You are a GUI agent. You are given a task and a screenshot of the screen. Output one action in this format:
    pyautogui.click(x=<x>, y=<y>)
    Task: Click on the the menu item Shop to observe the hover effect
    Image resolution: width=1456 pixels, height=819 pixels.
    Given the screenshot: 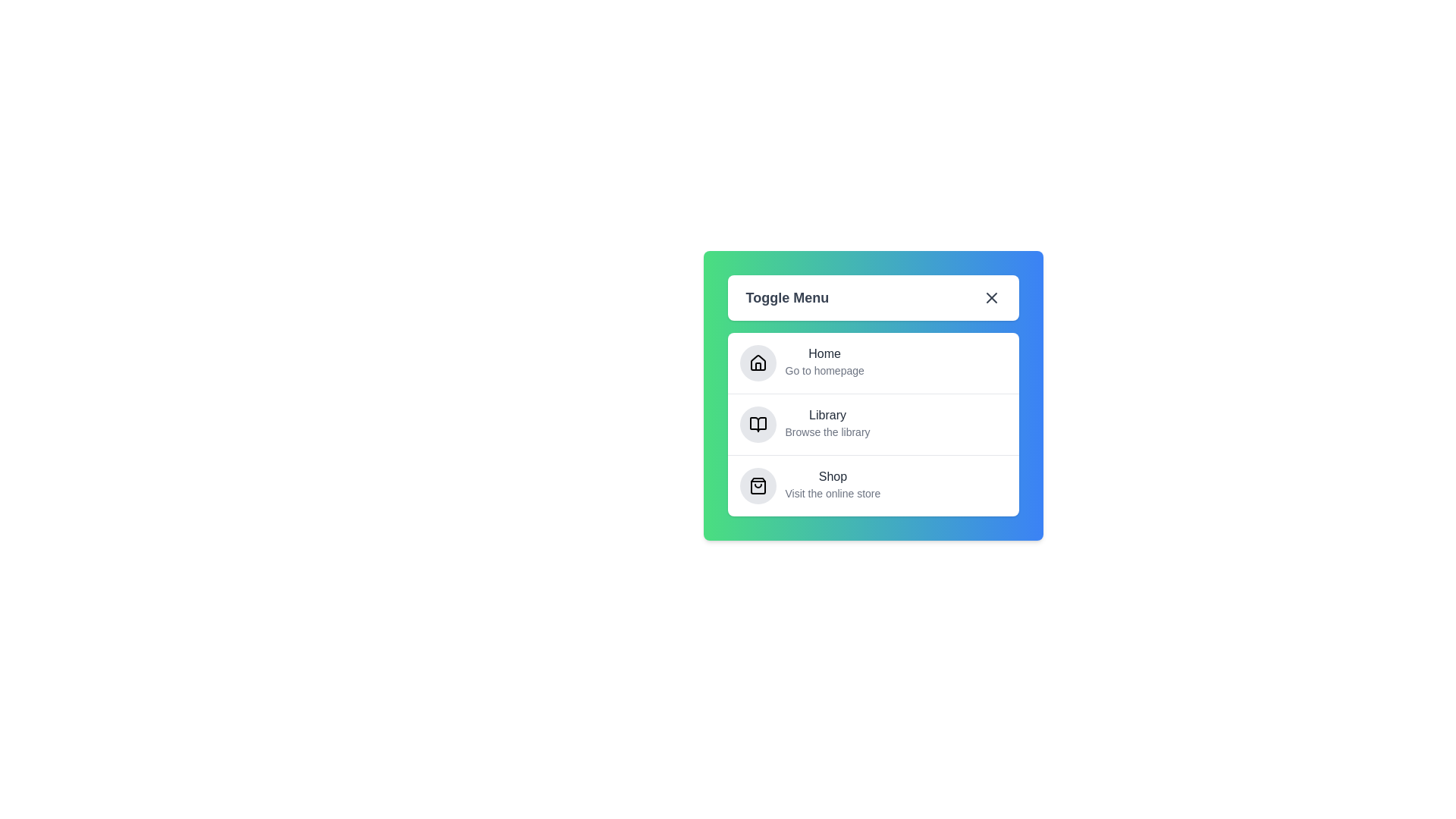 What is the action you would take?
    pyautogui.click(x=833, y=476)
    